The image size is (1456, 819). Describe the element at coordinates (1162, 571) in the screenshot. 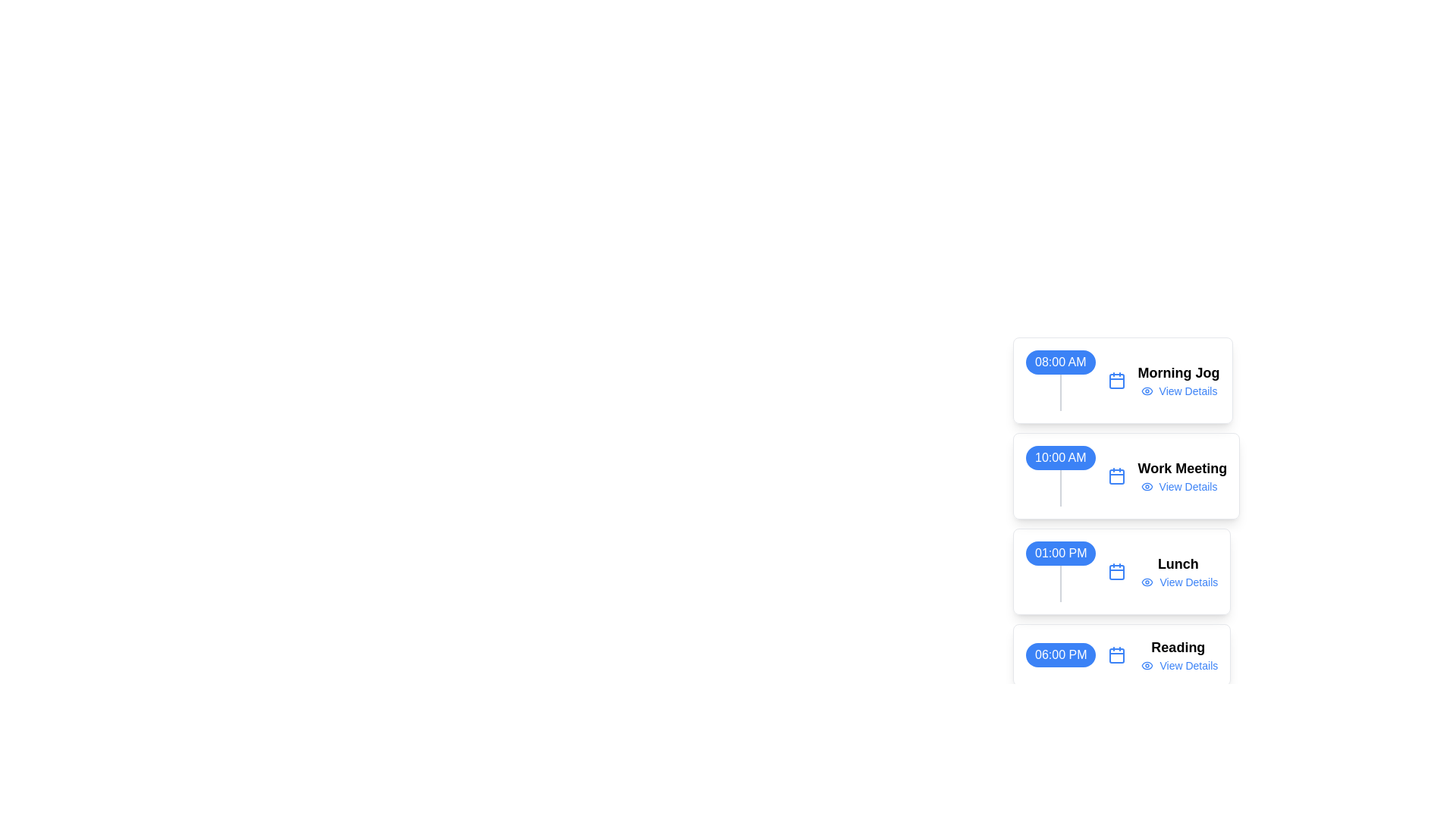

I see `the 'View Details' link in the TextBlock for the event titled 'Lunch', which is positioned in the card layout labeled '01:00 PM'` at that location.